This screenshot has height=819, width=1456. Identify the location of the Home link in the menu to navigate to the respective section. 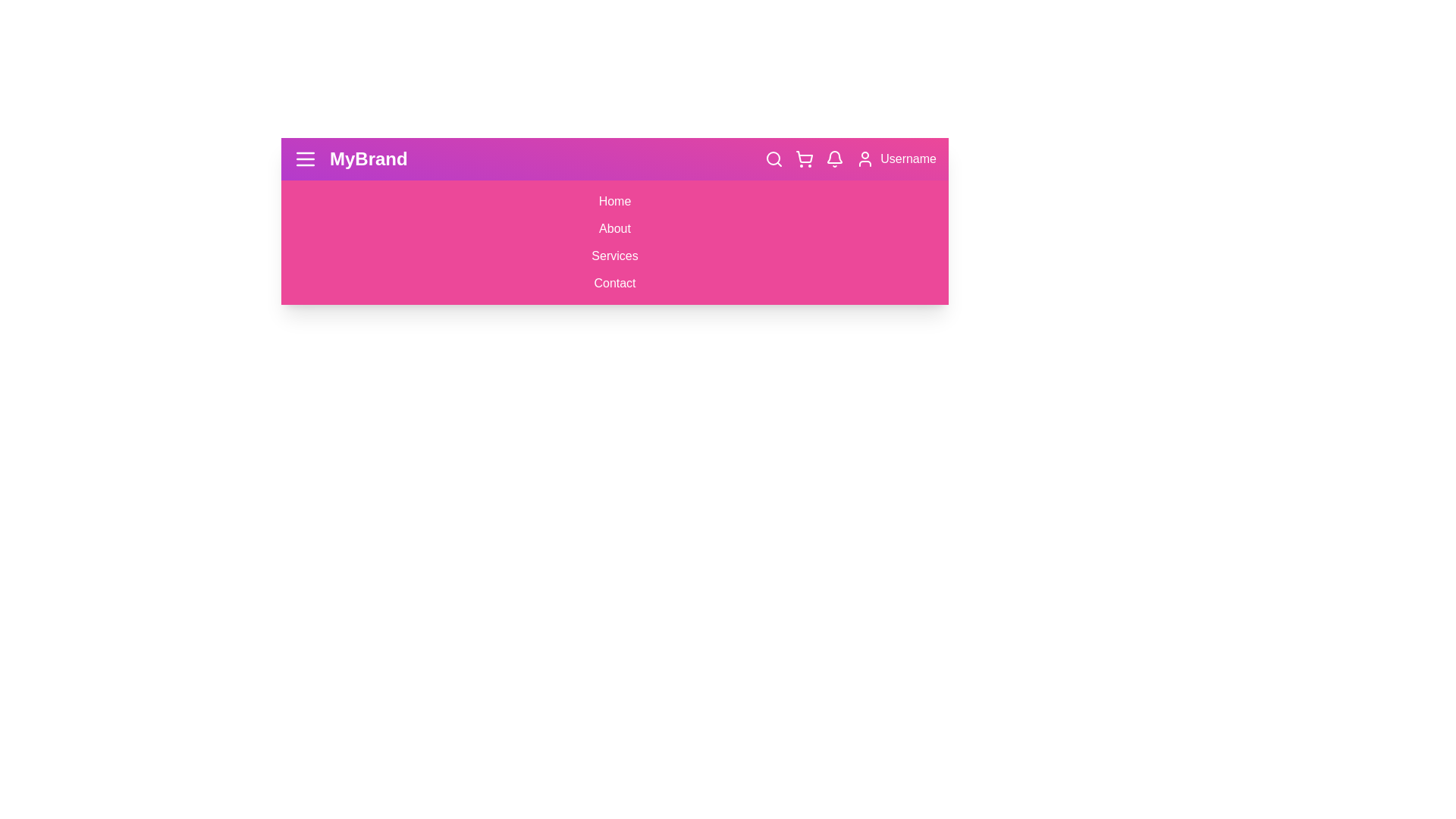
(615, 201).